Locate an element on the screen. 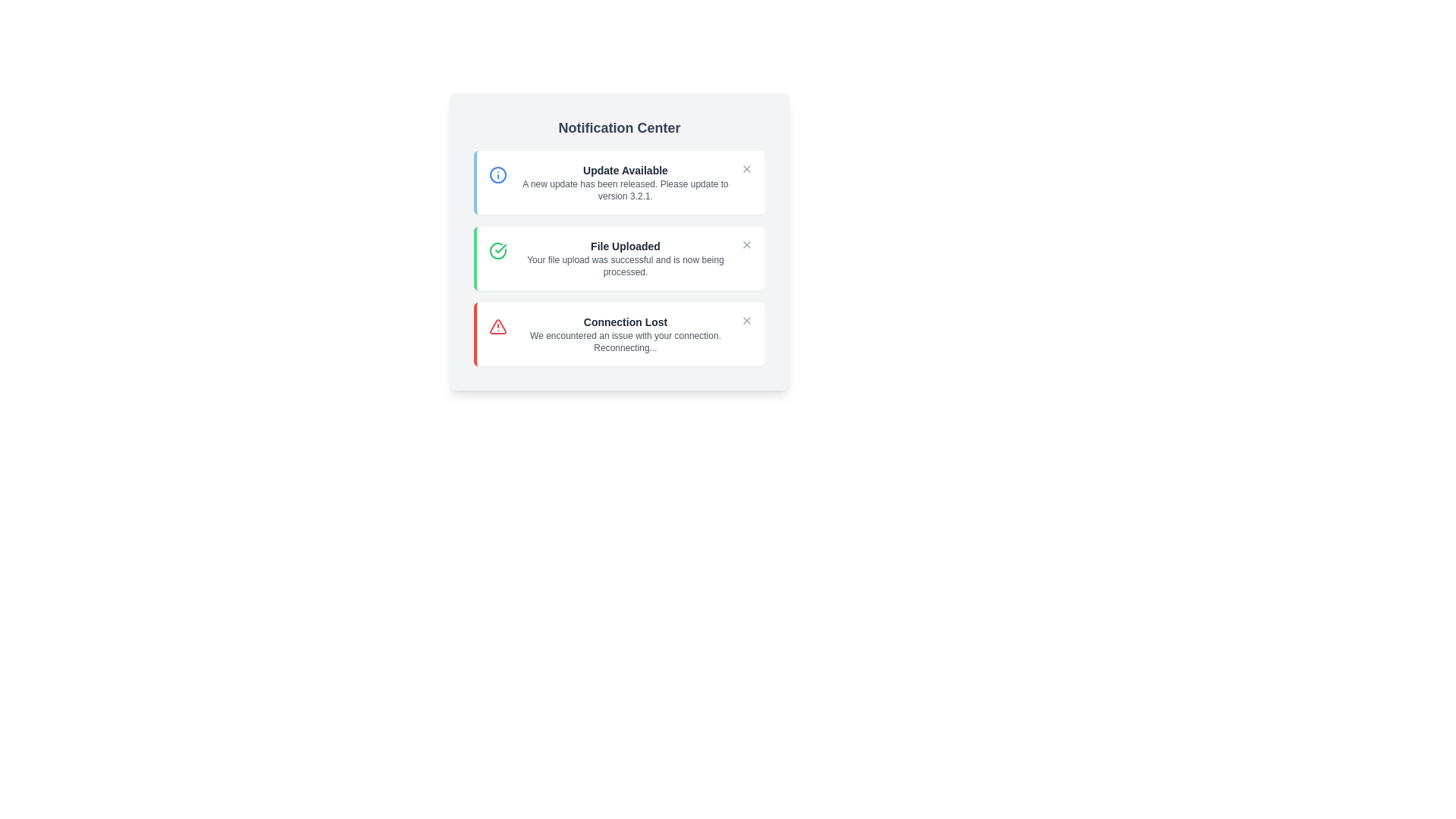  the successful file upload notification icon located in the notification box labeled 'File Uploaded', positioned on the left-hand side adjacent to the text is located at coordinates (498, 250).